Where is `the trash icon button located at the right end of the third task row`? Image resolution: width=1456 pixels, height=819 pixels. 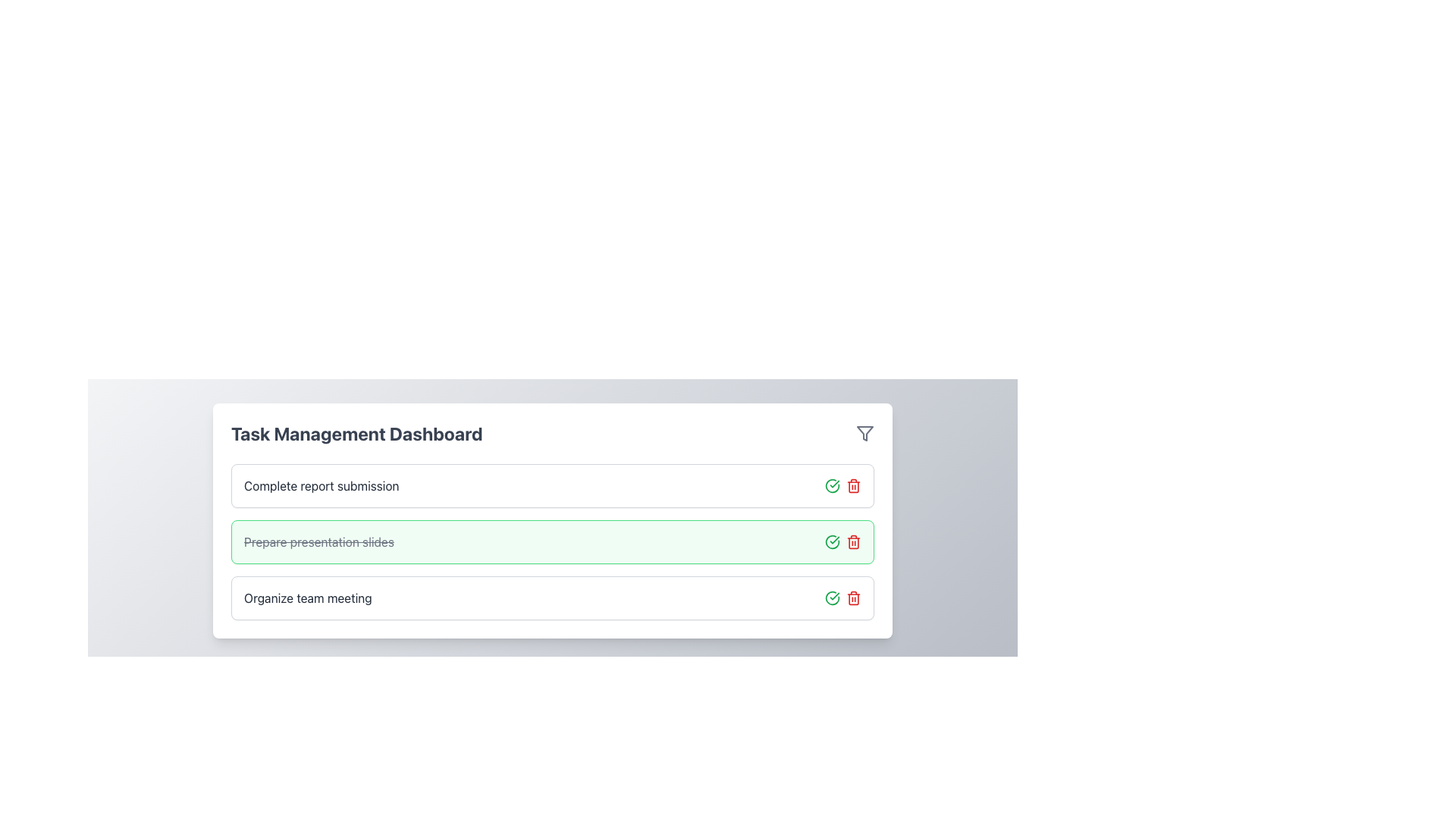
the trash icon button located at the right end of the third task row is located at coordinates (854, 598).